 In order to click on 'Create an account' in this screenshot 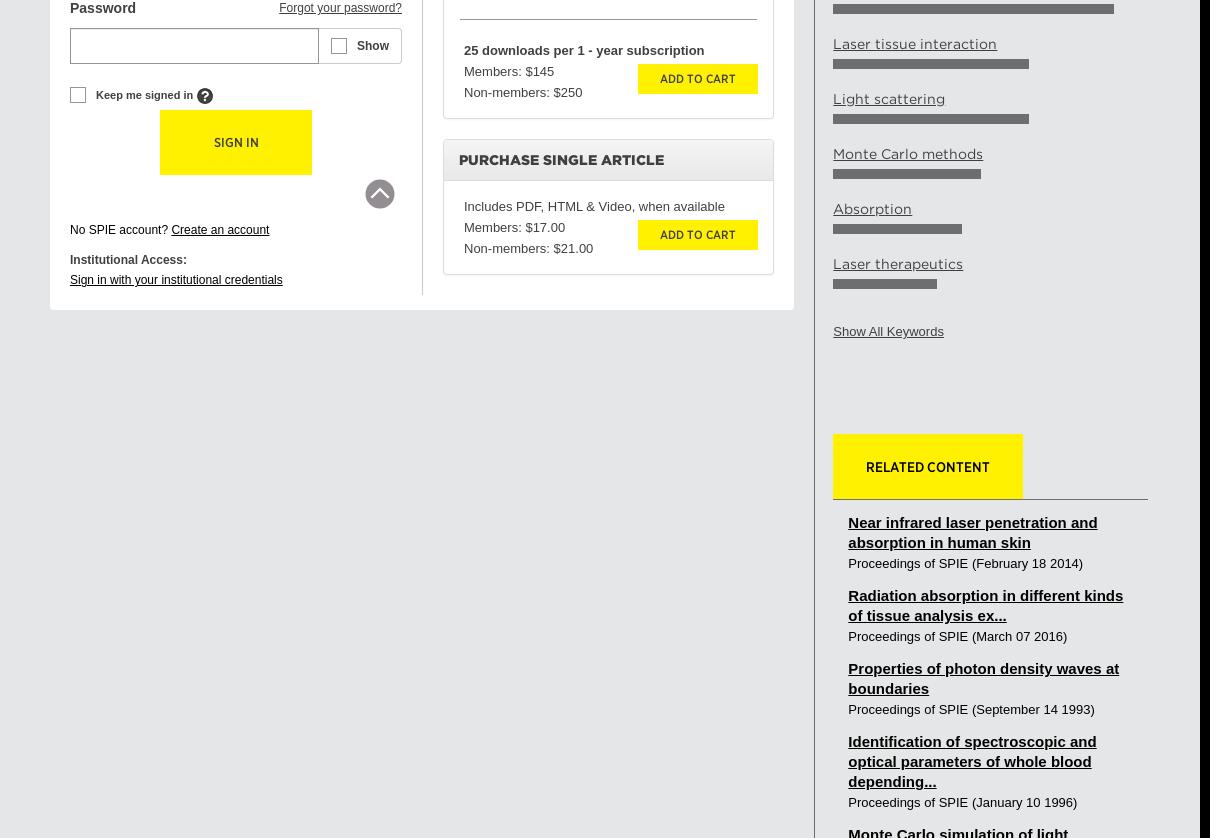, I will do `click(170, 229)`.